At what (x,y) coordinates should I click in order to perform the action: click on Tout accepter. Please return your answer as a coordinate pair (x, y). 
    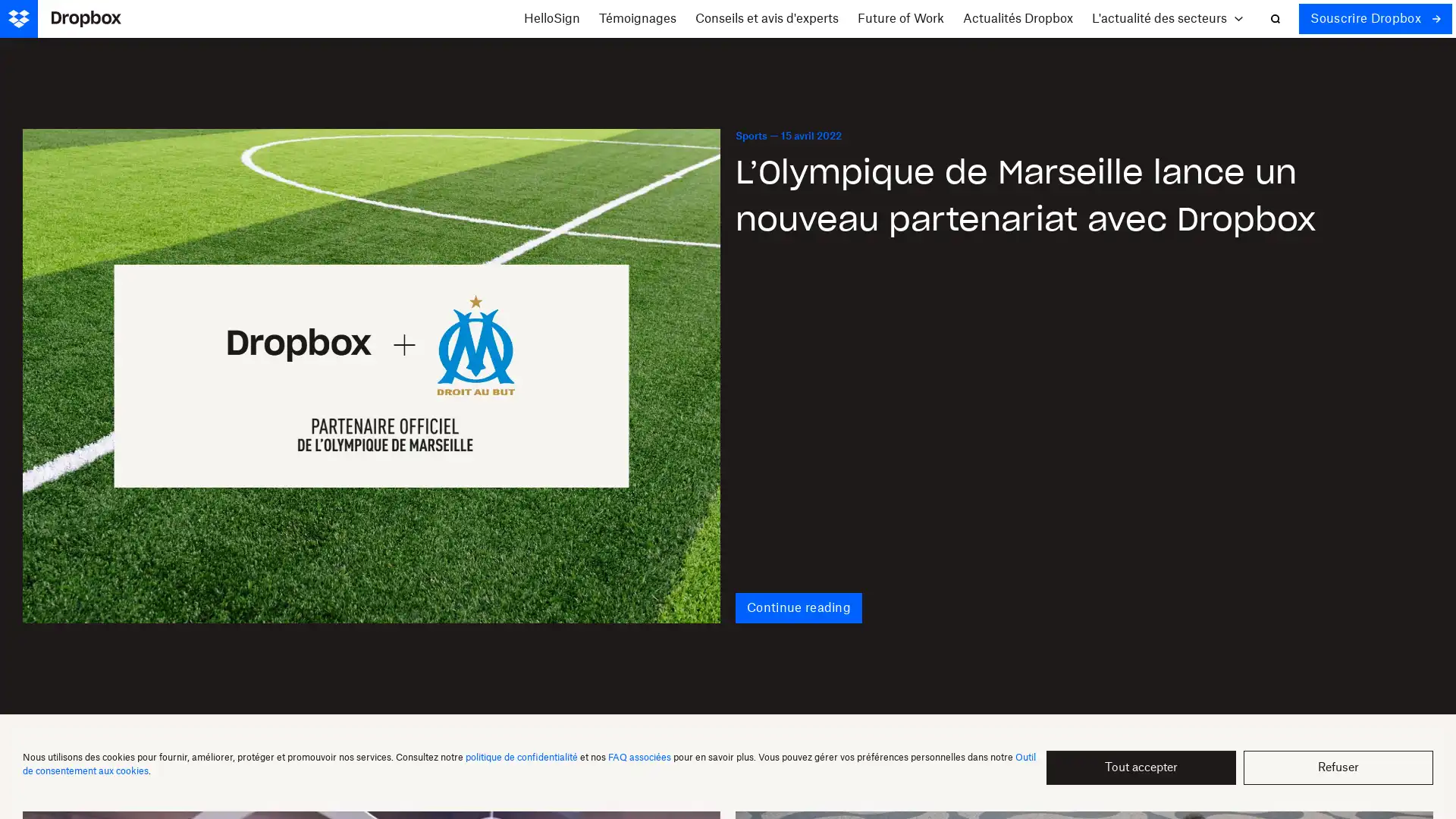
    Looking at the image, I should click on (1141, 767).